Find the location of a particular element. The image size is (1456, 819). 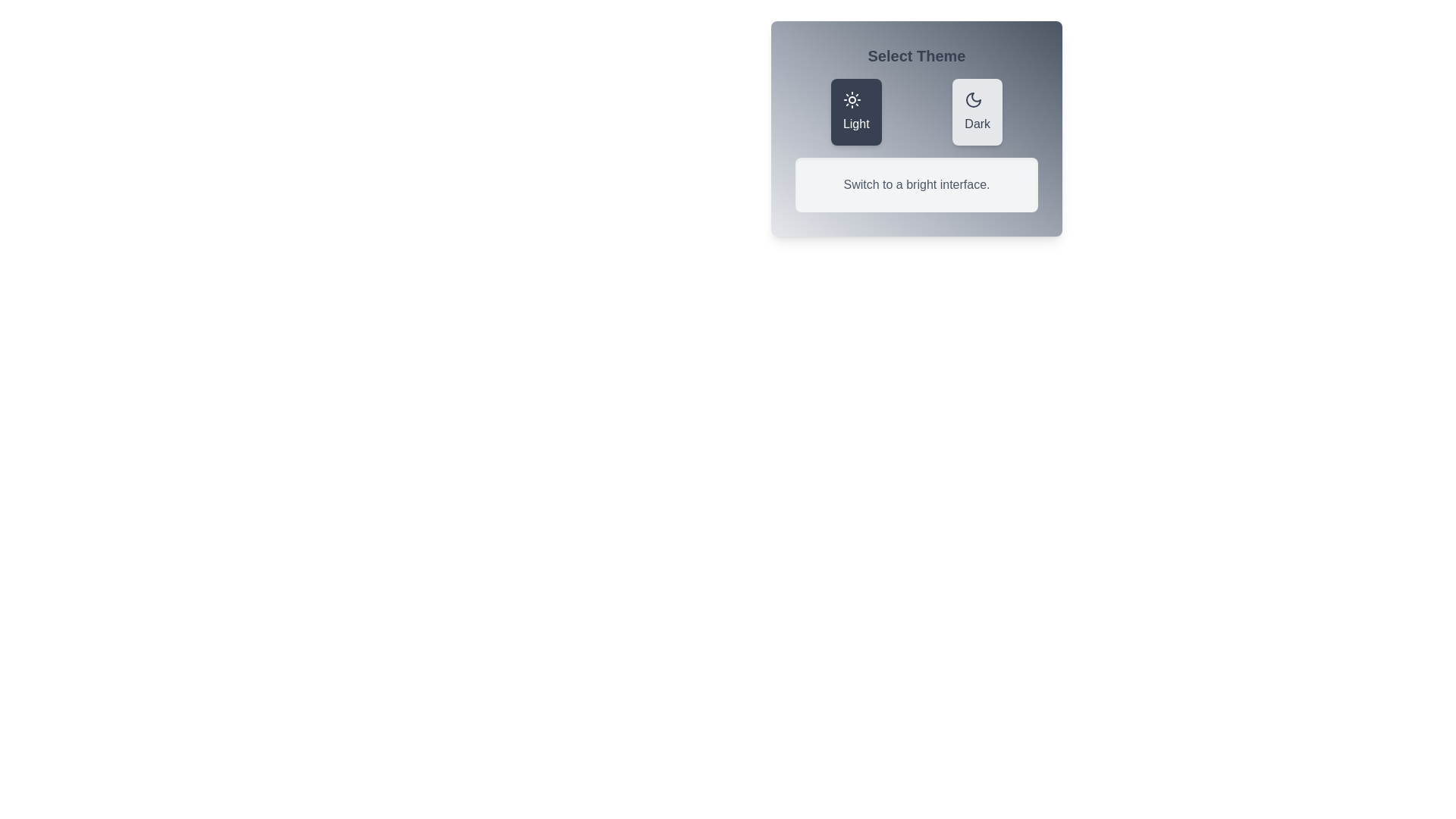

the theme Dark to view its associated icon is located at coordinates (977, 111).